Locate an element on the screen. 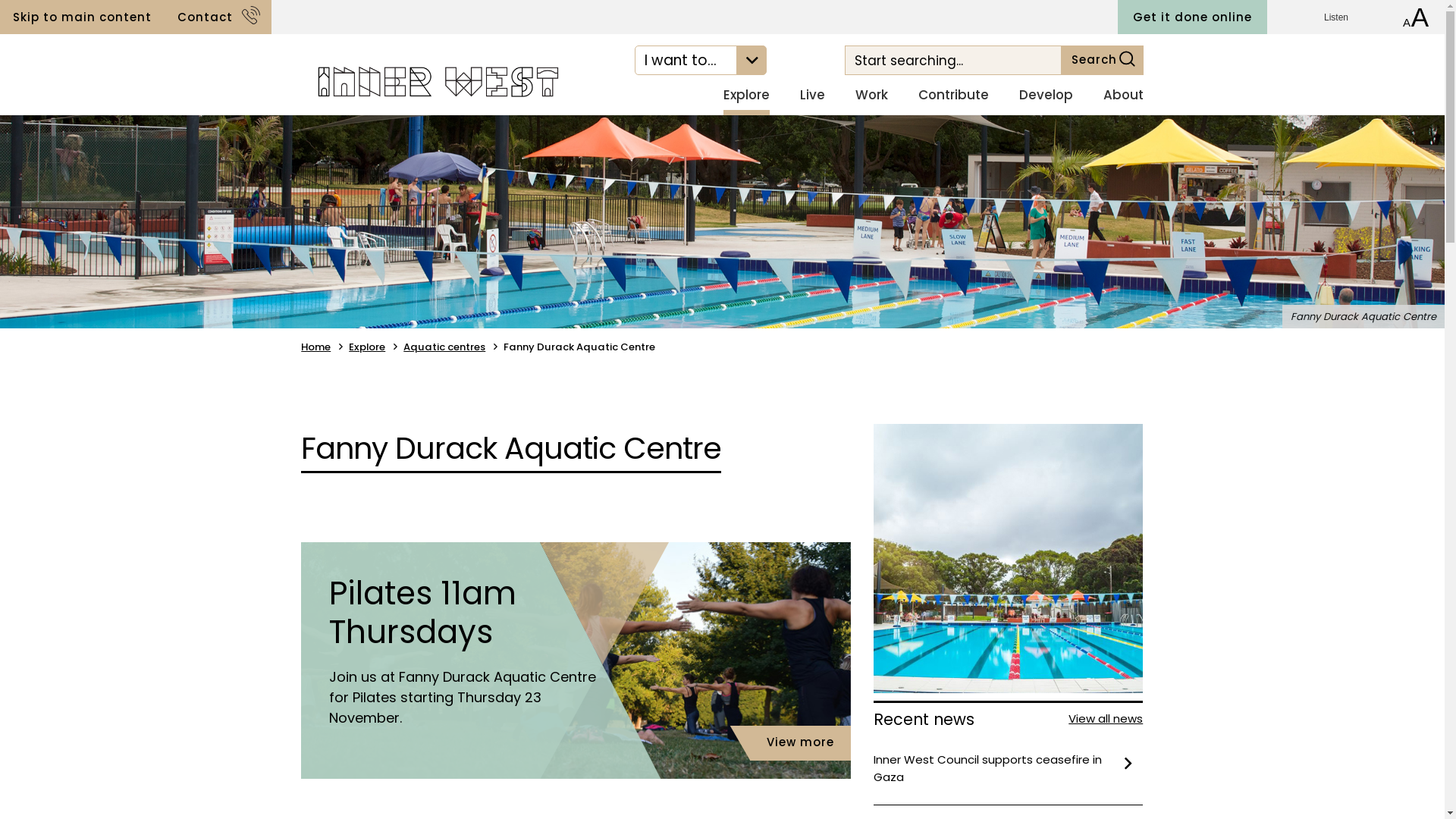 The height and width of the screenshot is (819, 1456). 'Get it done online' is located at coordinates (1191, 17).